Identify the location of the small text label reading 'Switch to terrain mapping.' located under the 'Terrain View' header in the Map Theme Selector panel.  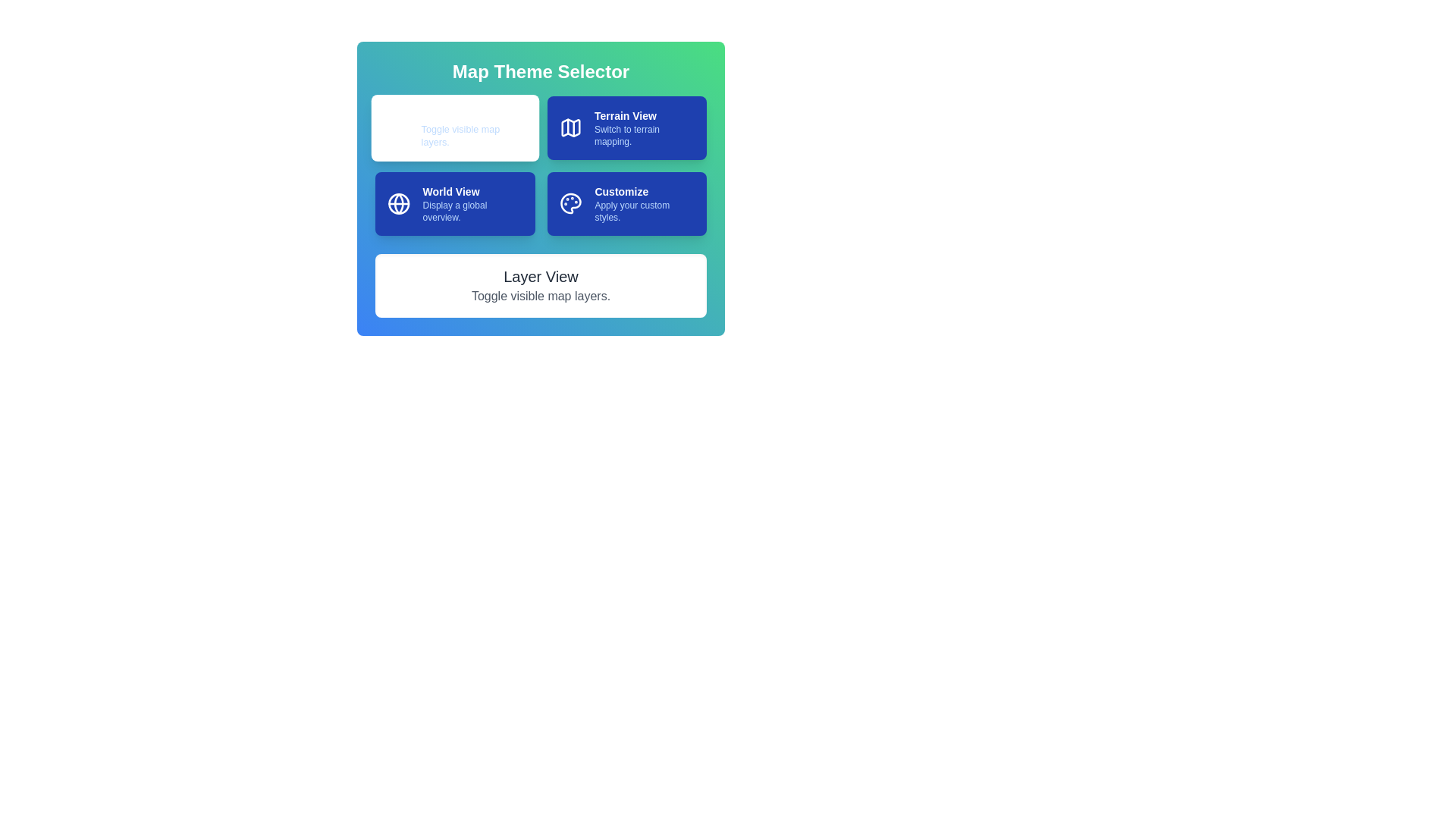
(644, 134).